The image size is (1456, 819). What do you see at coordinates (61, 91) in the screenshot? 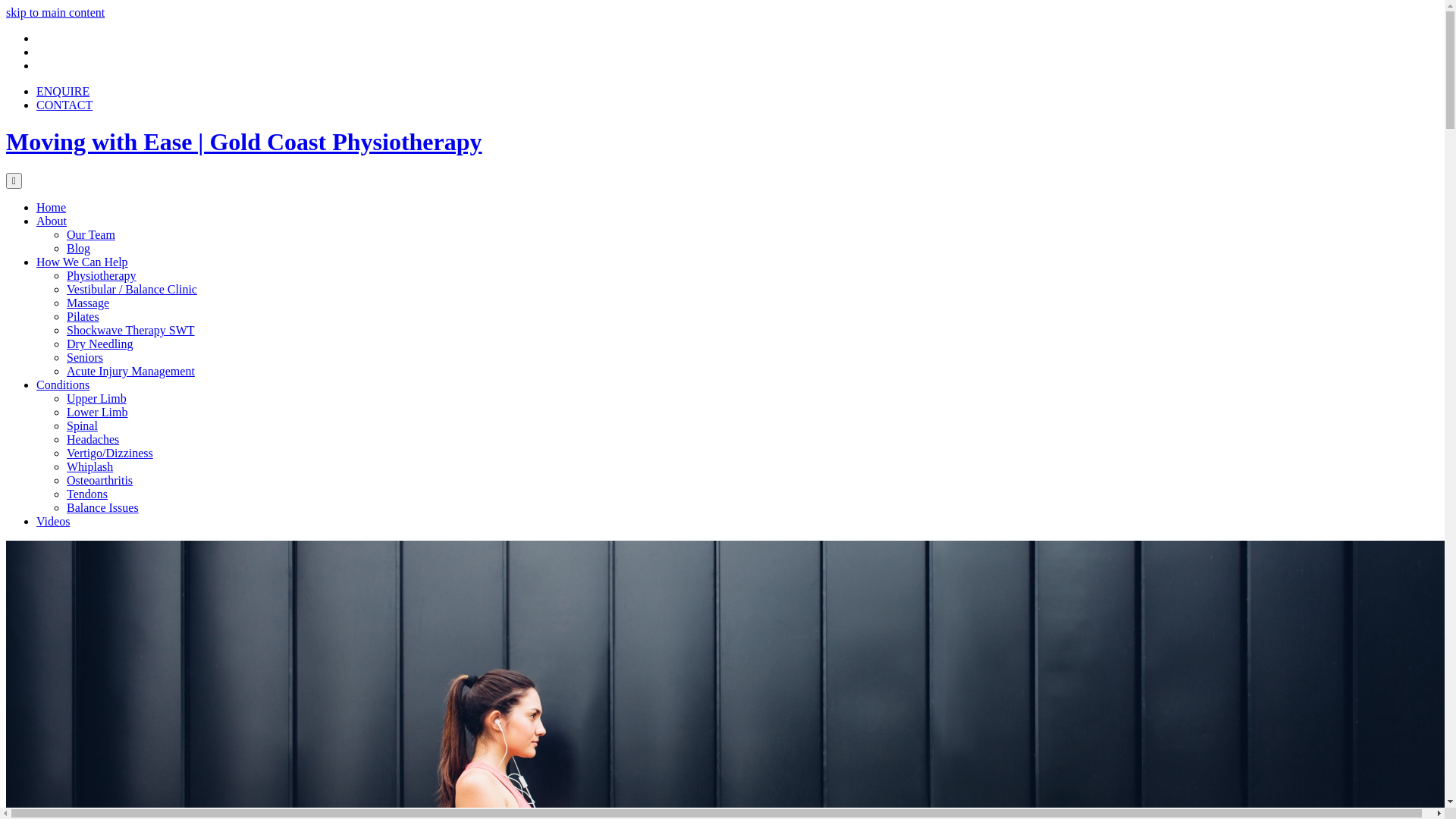
I see `'ENQUIRE'` at bounding box center [61, 91].